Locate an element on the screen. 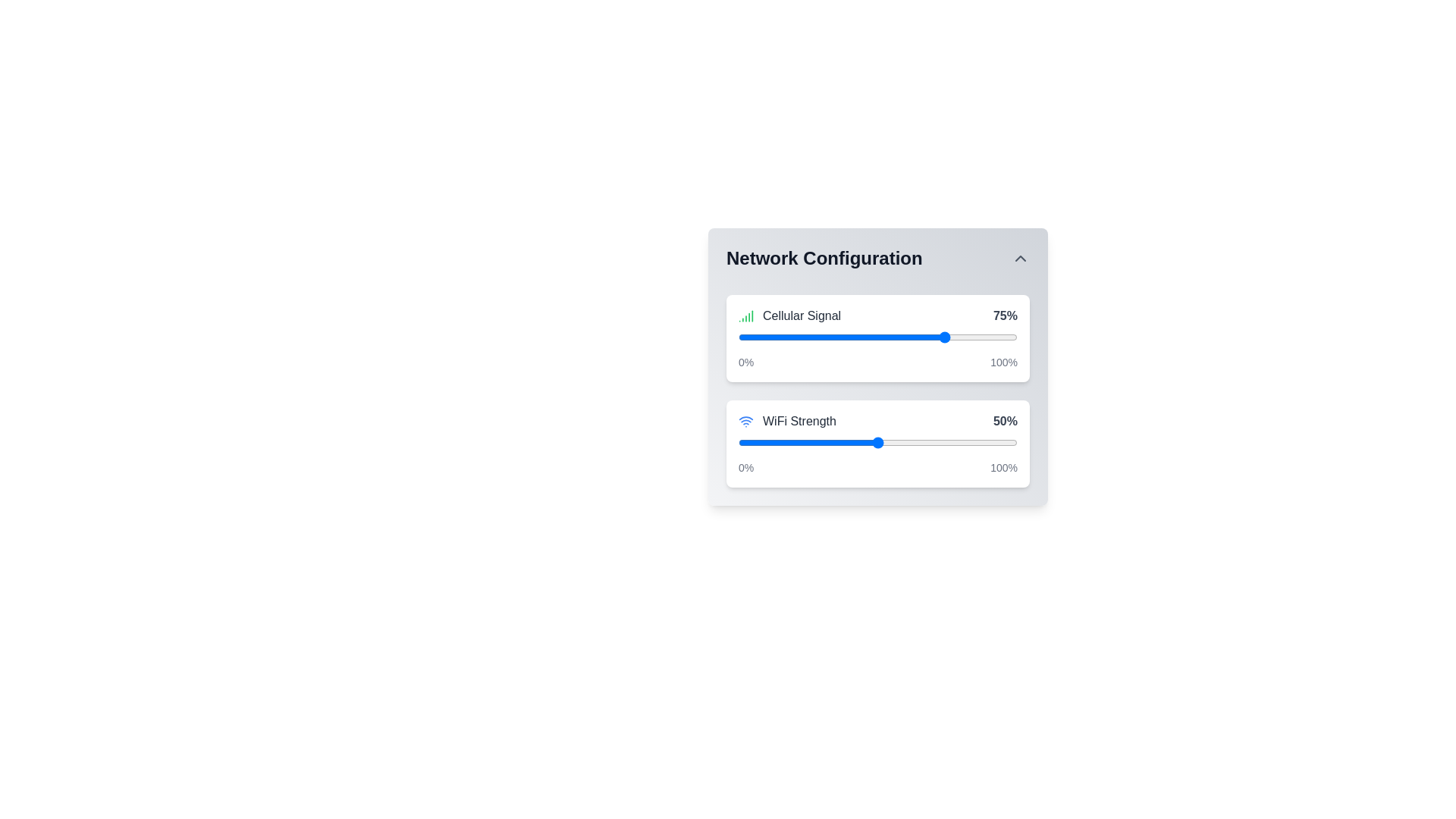 This screenshot has width=1456, height=819. the WiFi strength is located at coordinates (883, 442).